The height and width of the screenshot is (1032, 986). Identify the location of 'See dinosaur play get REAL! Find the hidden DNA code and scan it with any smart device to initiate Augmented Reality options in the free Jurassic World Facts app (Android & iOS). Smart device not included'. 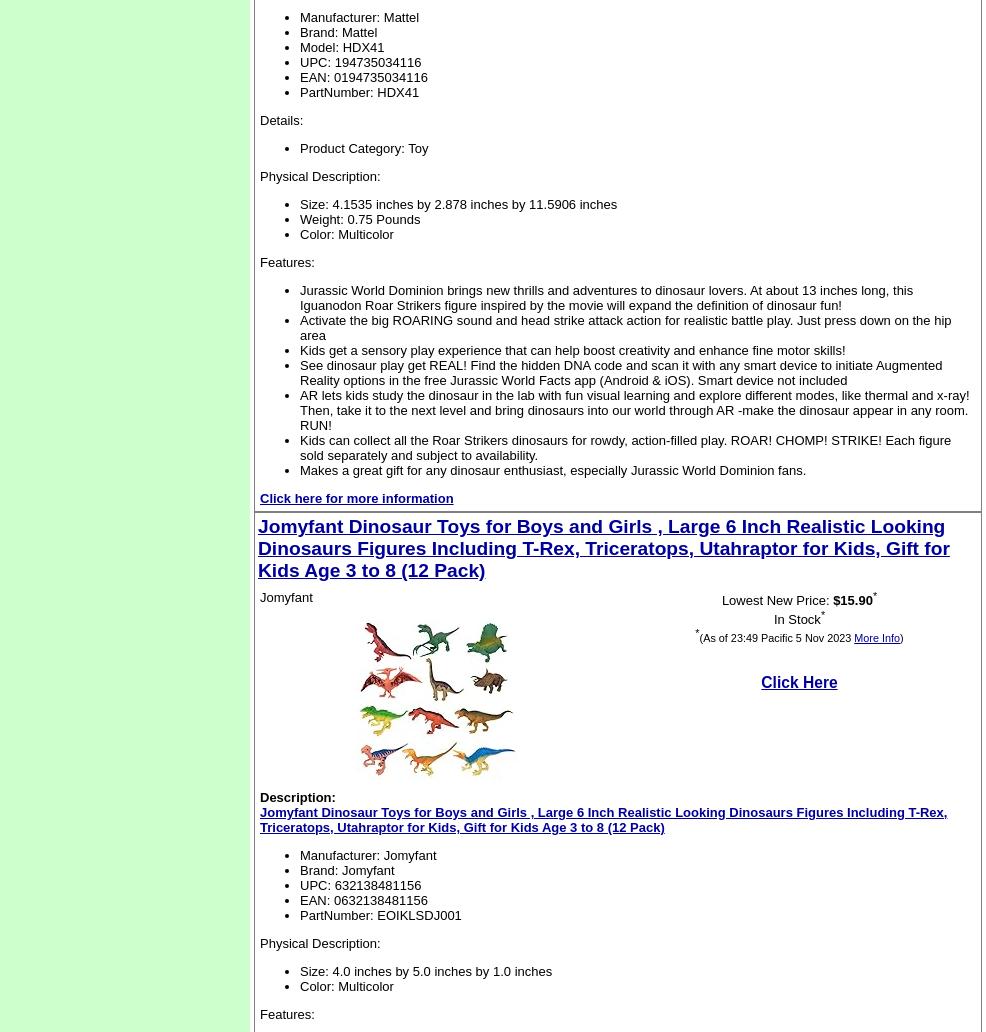
(300, 372).